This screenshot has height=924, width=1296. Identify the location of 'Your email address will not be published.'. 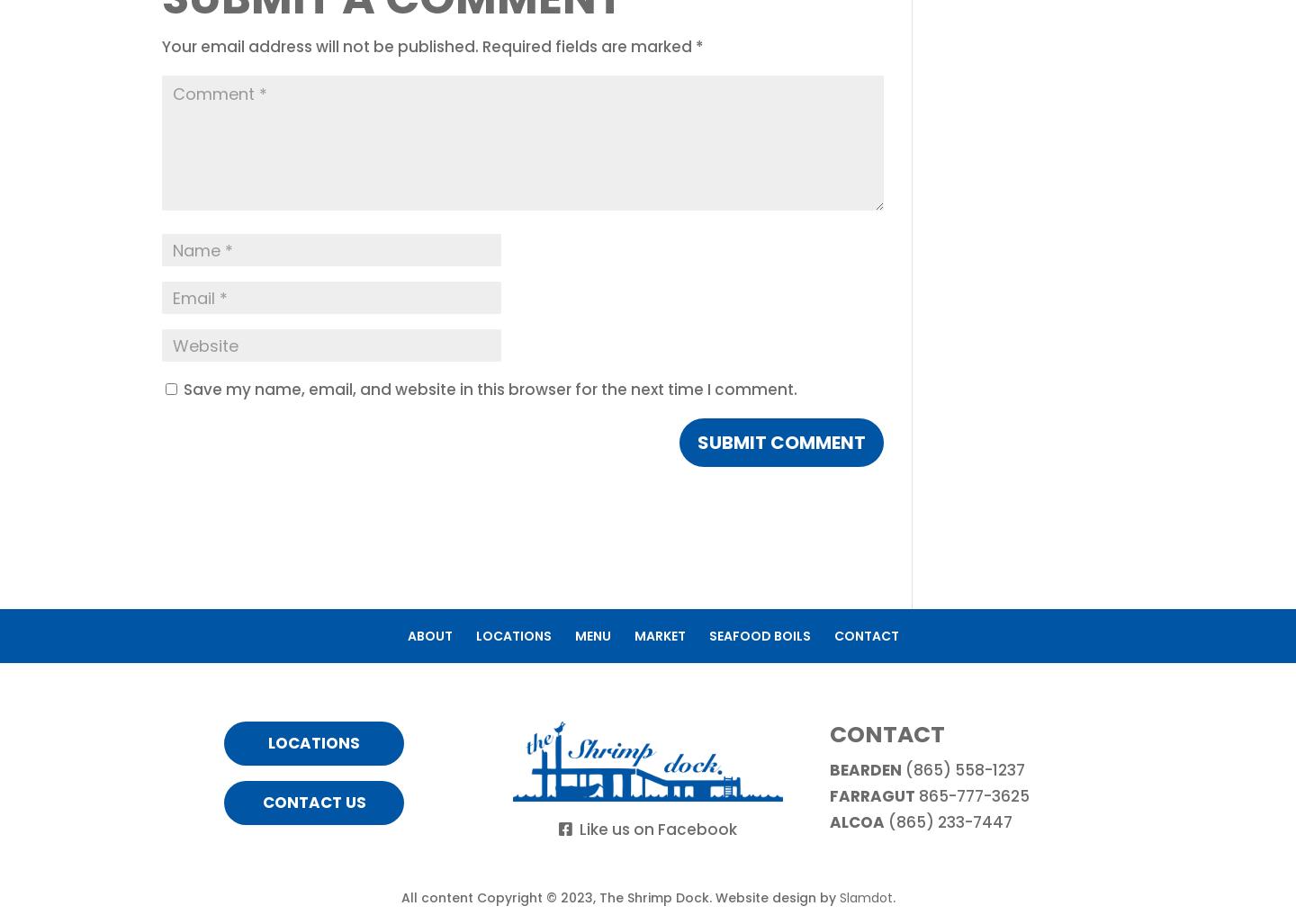
(319, 46).